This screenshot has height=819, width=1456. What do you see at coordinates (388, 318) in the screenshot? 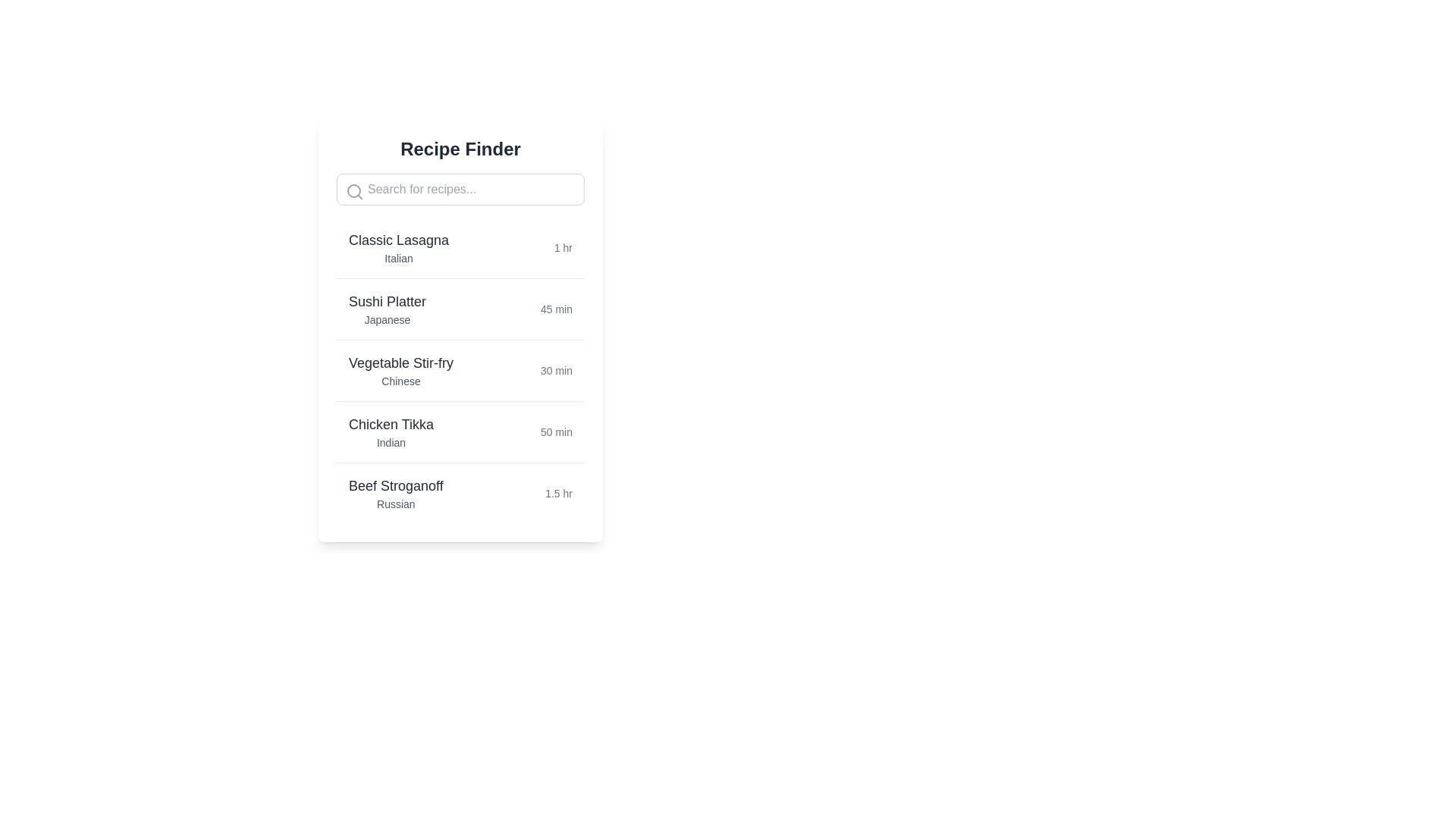
I see `the static text label providing additional information about the 'Sushi Platter' item, positioned directly underneath the 'Sushi Platter' text` at bounding box center [388, 318].